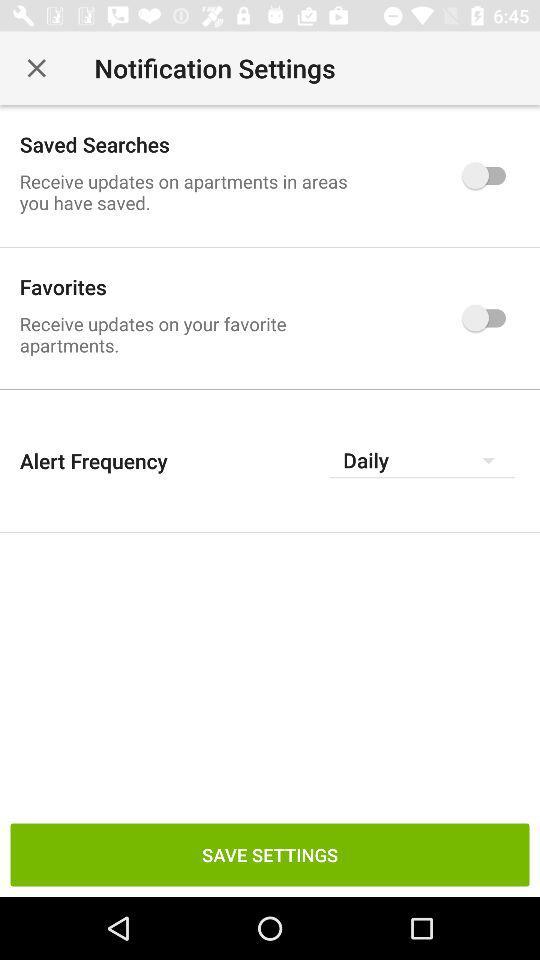  Describe the element at coordinates (488, 318) in the screenshot. I see `updates on favorite apartments` at that location.